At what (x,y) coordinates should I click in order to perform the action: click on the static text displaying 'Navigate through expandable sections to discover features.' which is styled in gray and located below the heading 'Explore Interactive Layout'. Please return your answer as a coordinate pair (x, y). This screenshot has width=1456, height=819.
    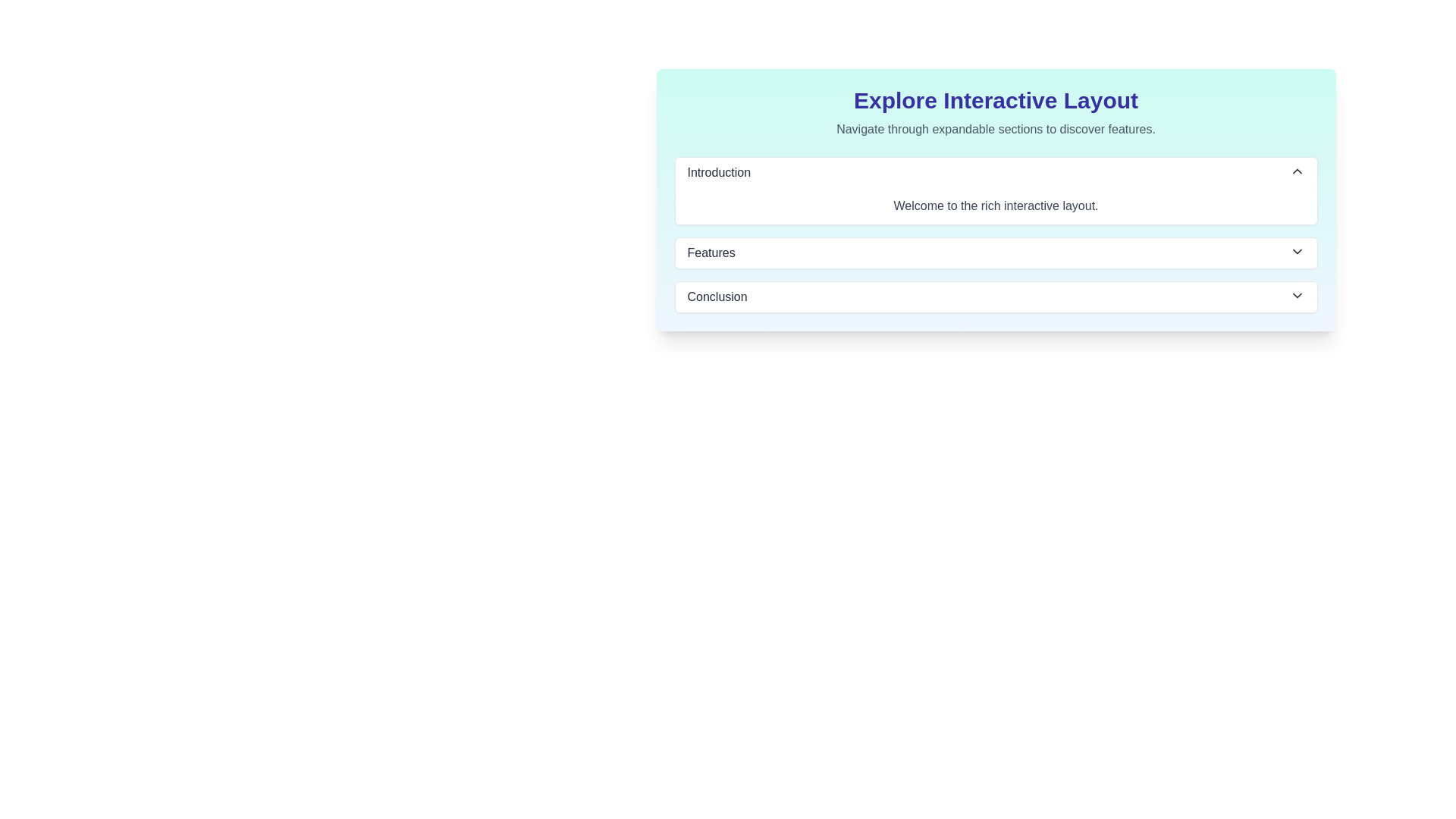
    Looking at the image, I should click on (996, 128).